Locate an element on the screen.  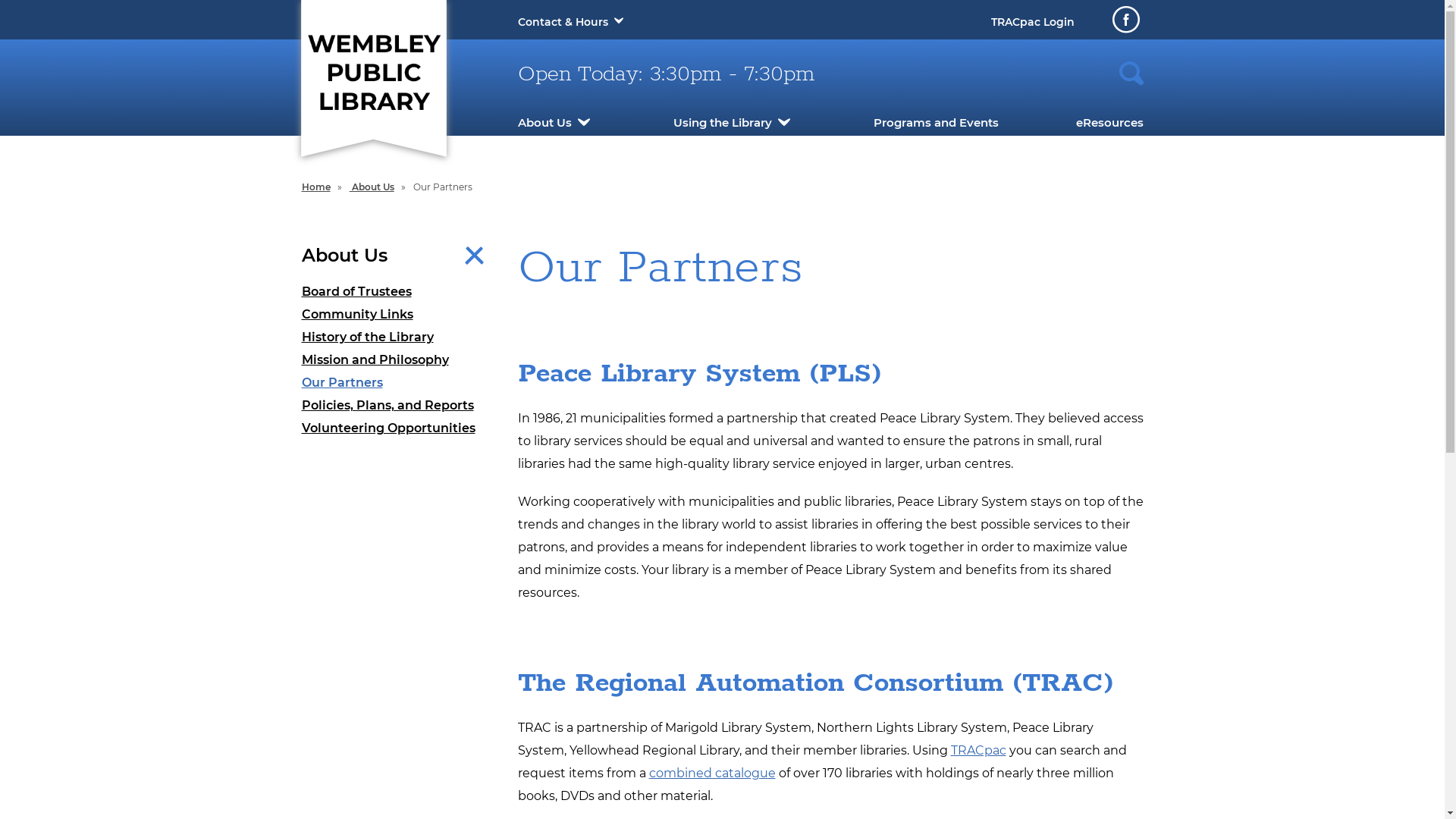
'Home' is located at coordinates (315, 186).